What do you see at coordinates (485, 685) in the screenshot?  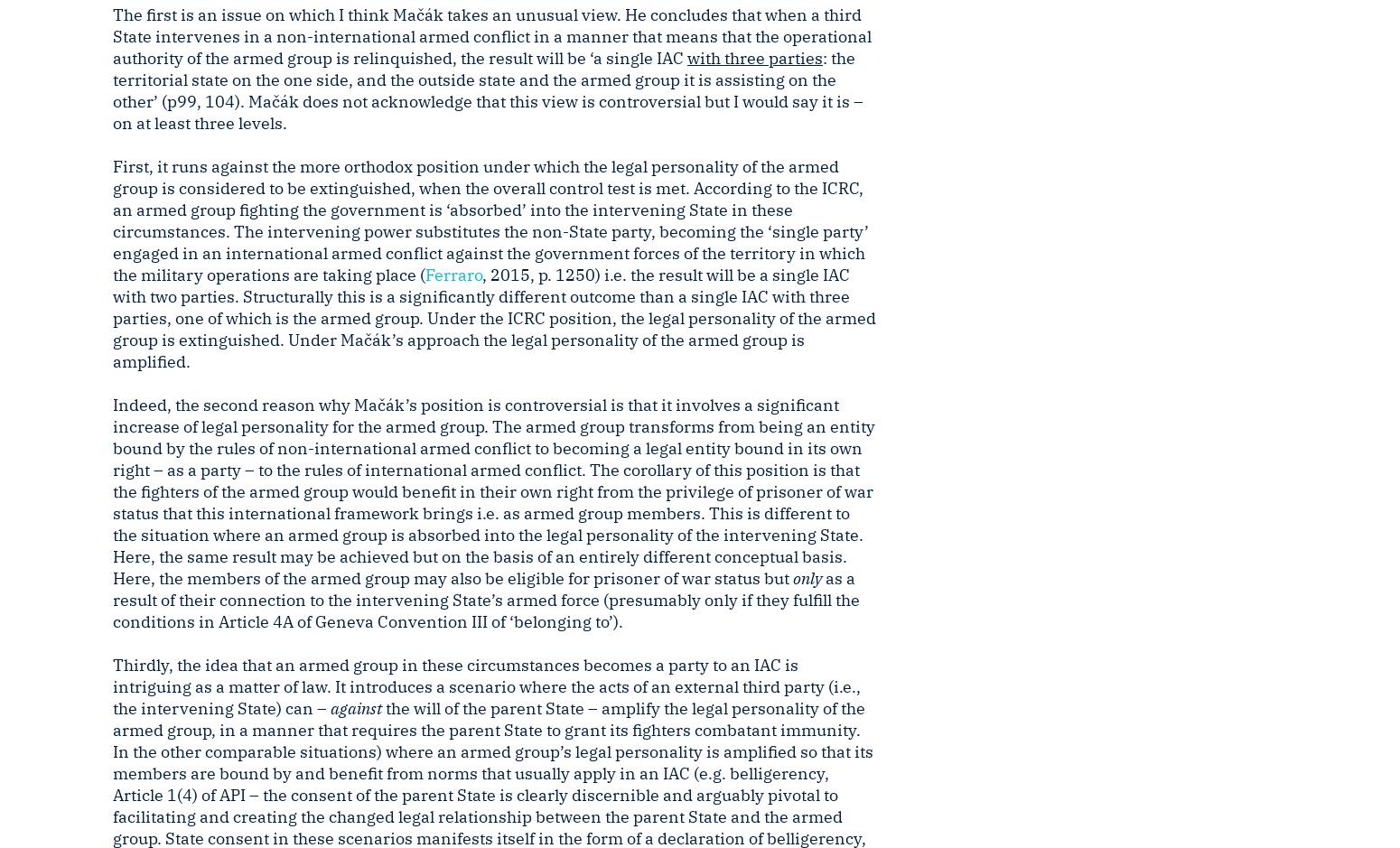 I see `'Thirdly, the idea that an armed group in these circumstances becomes a party to an IAC is intriguing as a matter of law. It introduces a scenario where the acts of an external third party (i.e., the intervening State) can –'` at bounding box center [485, 685].